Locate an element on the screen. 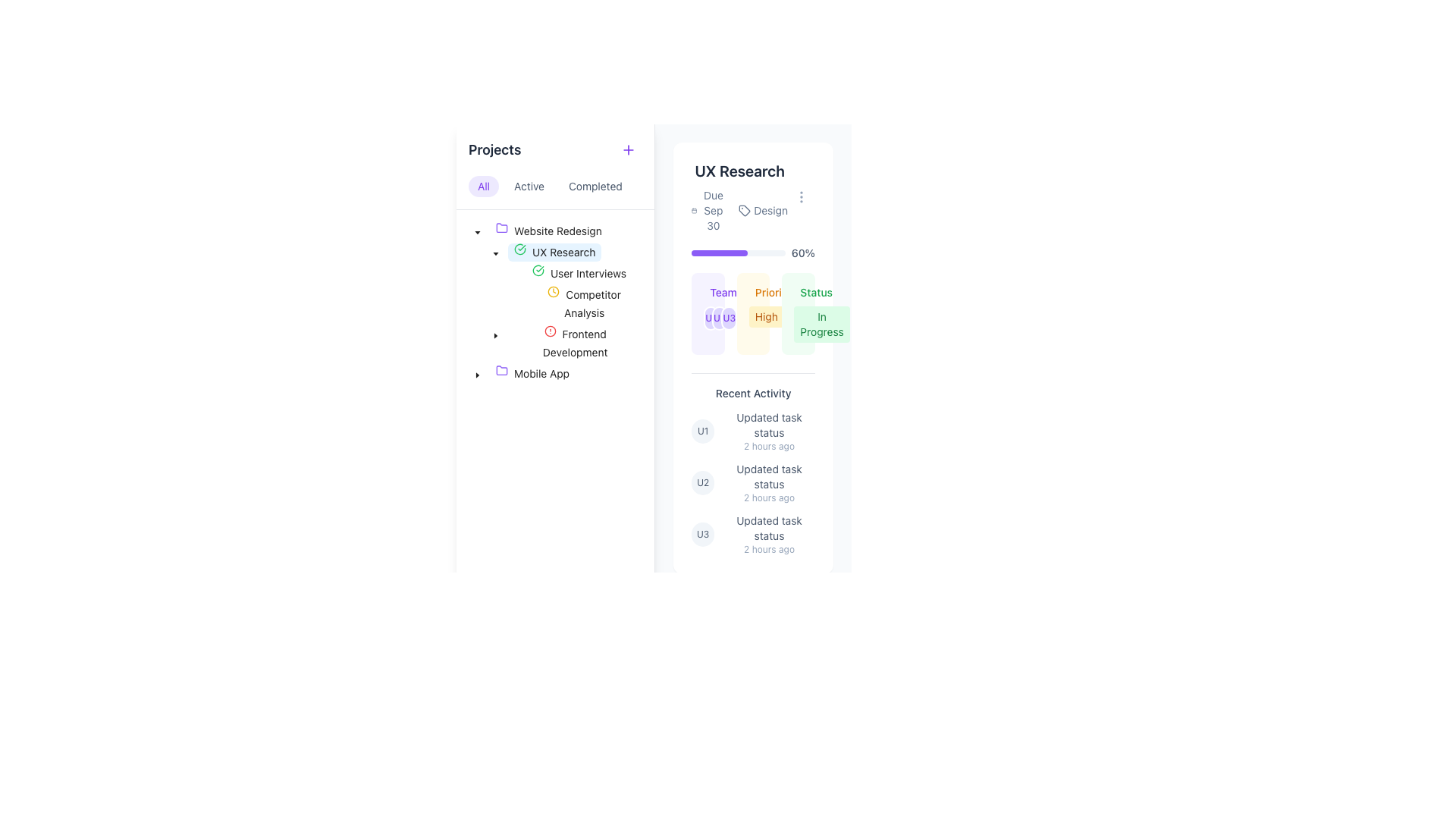 The width and height of the screenshot is (1456, 819). the Circle avatar representation is located at coordinates (702, 534).